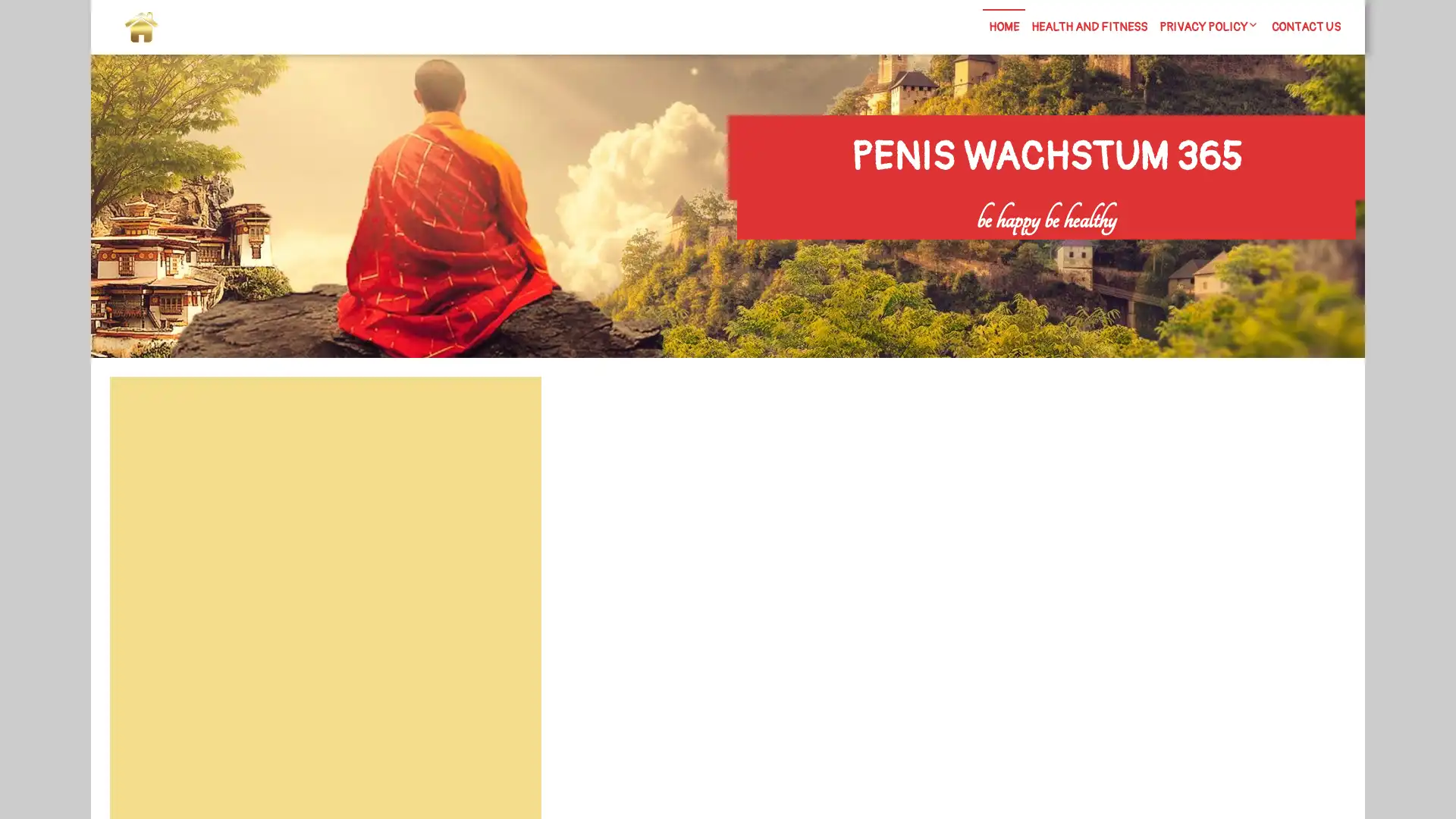 The image size is (1456, 819). What do you see at coordinates (506, 413) in the screenshot?
I see `Search` at bounding box center [506, 413].